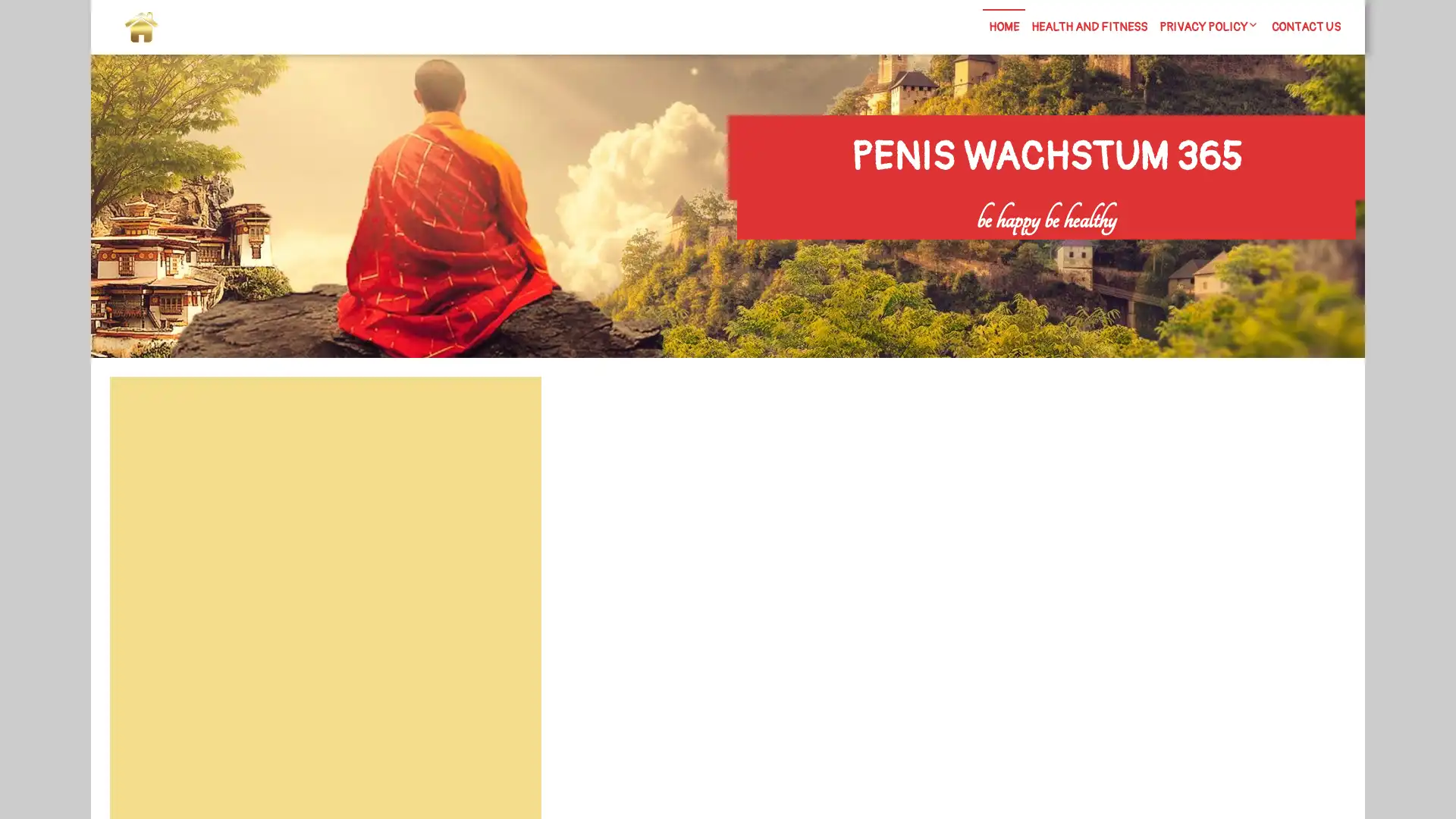 The image size is (1456, 819). What do you see at coordinates (506, 413) in the screenshot?
I see `Search` at bounding box center [506, 413].